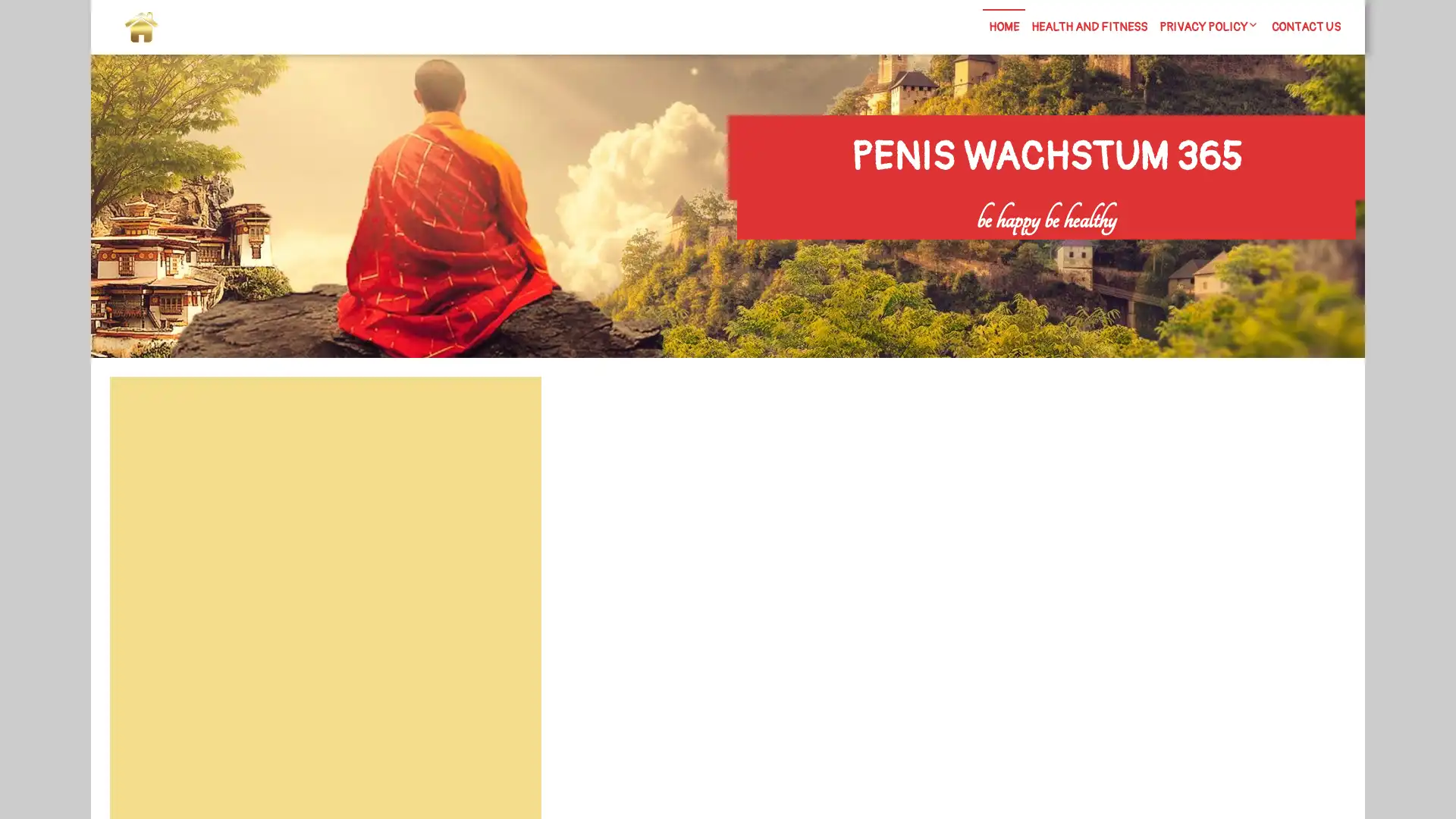 The image size is (1456, 819). What do you see at coordinates (506, 413) in the screenshot?
I see `Search` at bounding box center [506, 413].